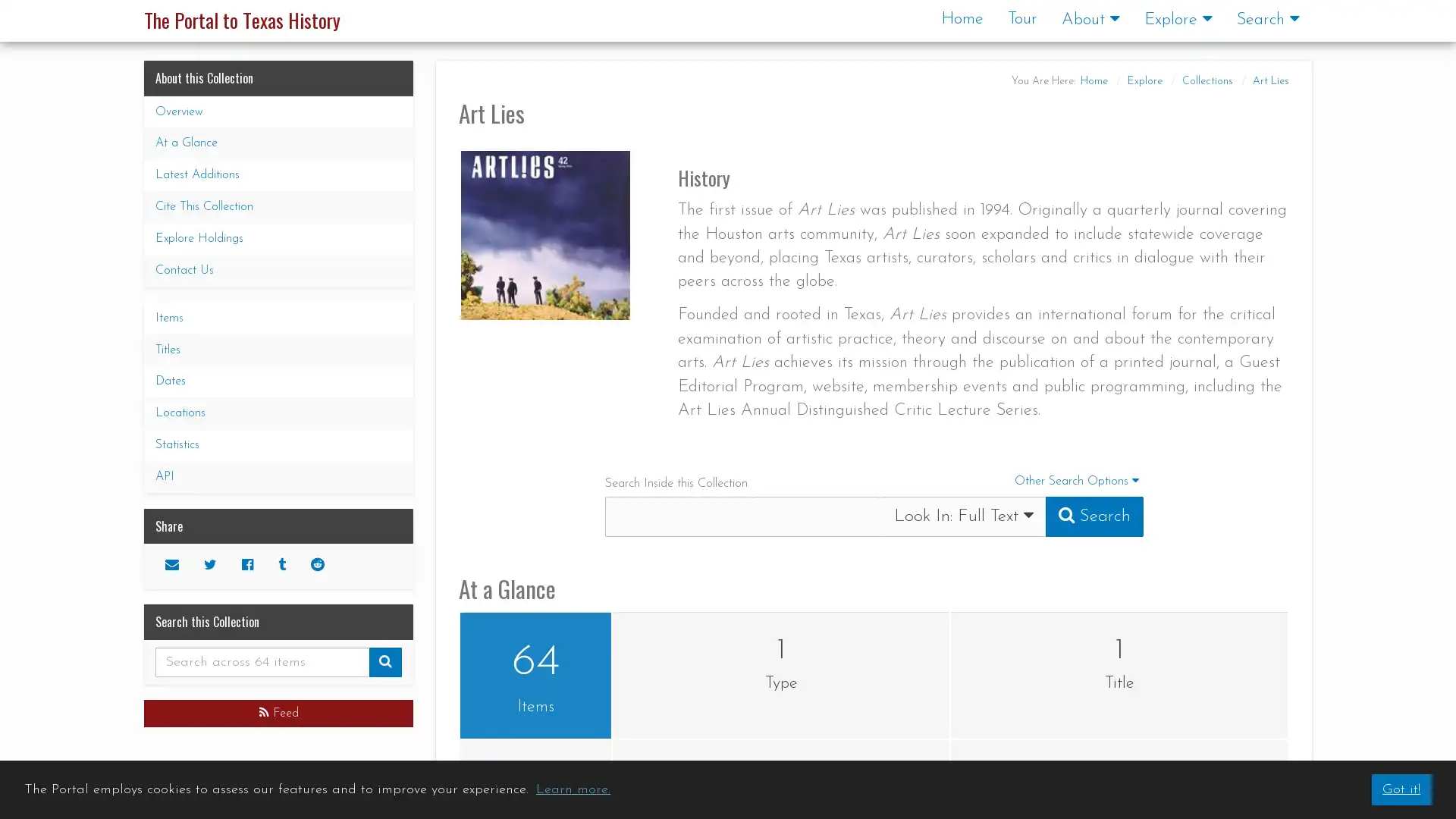  Describe the element at coordinates (316, 566) in the screenshot. I see `Reddit` at that location.